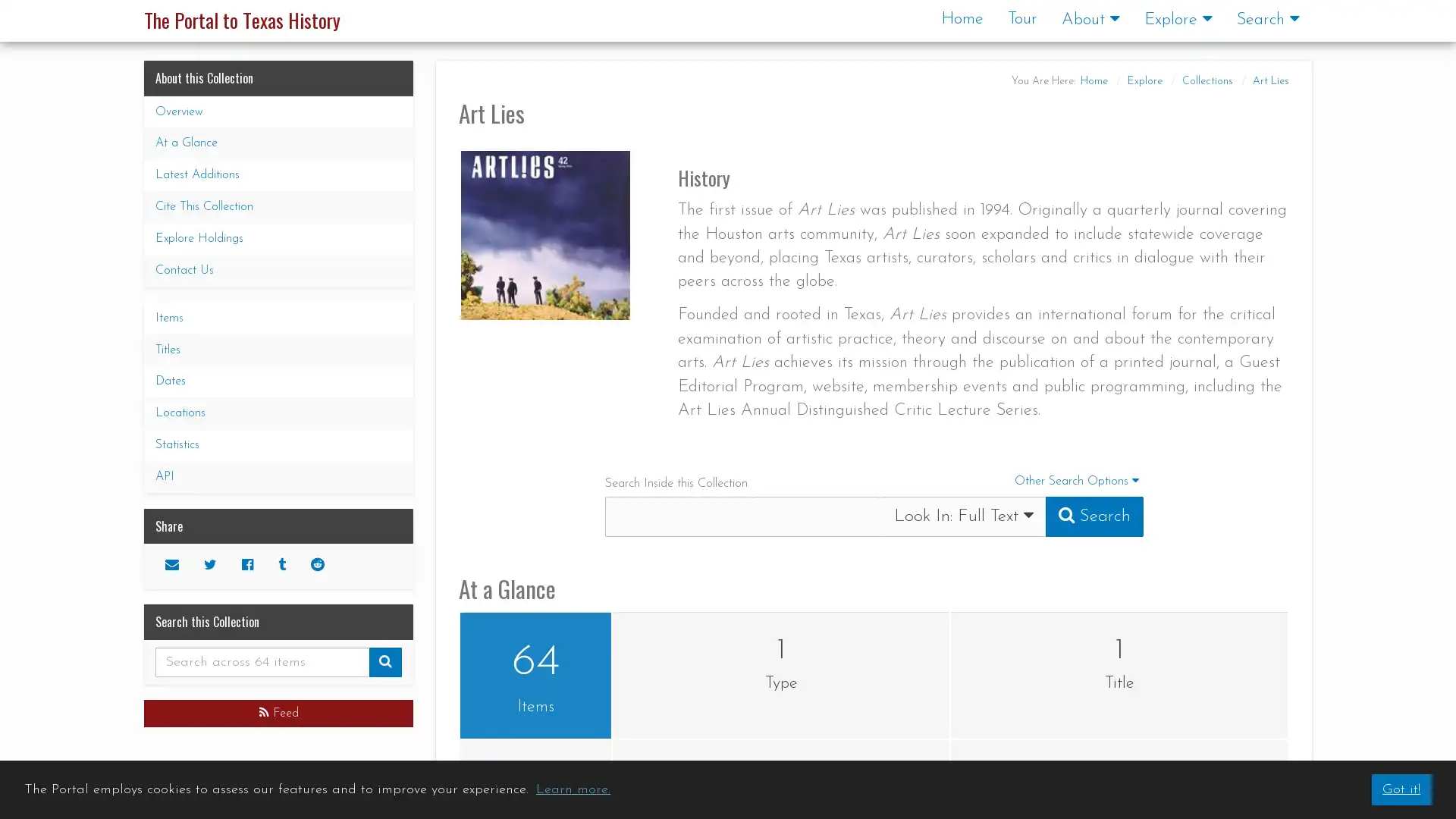  Describe the element at coordinates (316, 566) in the screenshot. I see `Reddit` at that location.